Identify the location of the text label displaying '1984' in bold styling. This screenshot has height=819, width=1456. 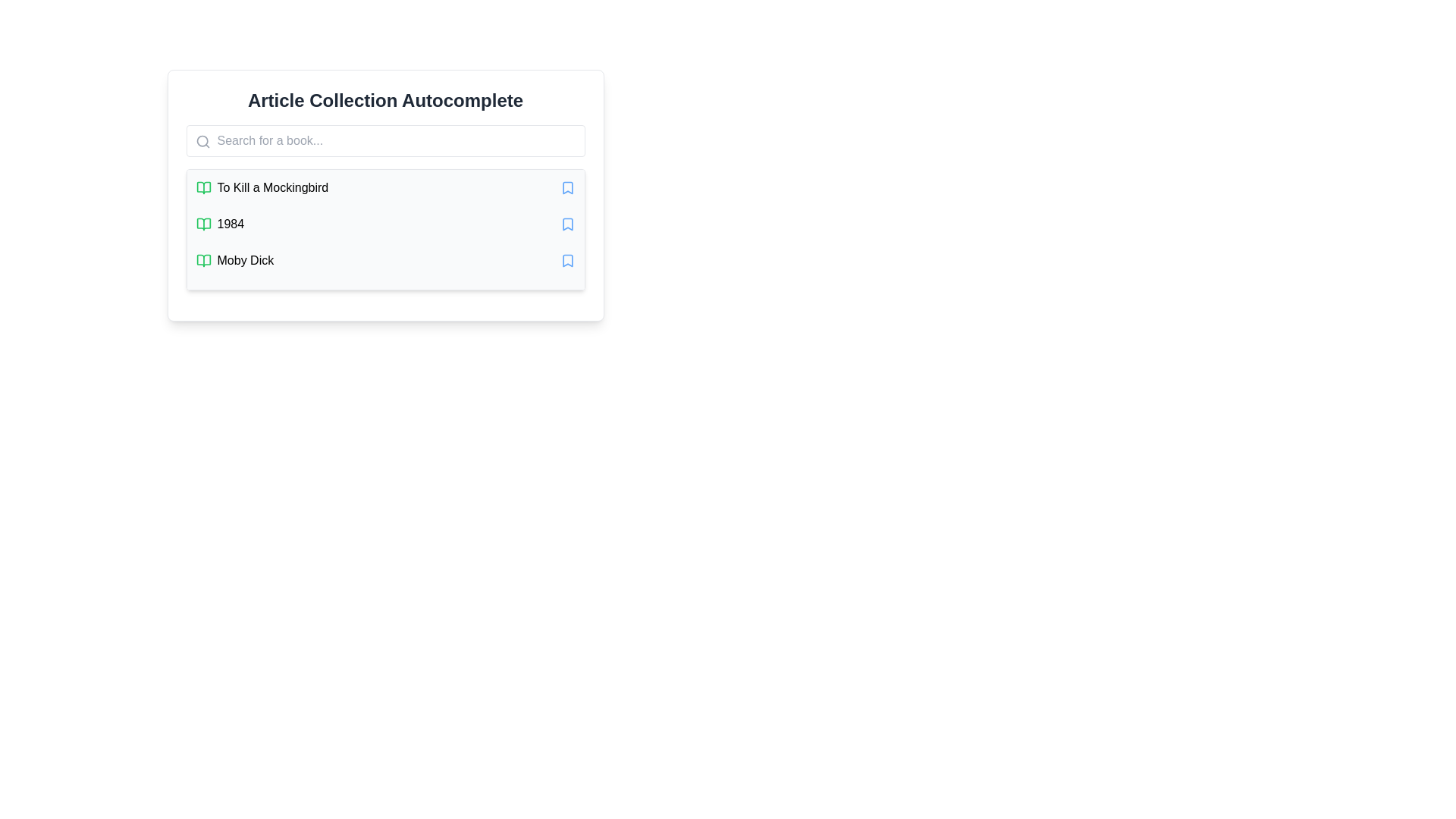
(219, 224).